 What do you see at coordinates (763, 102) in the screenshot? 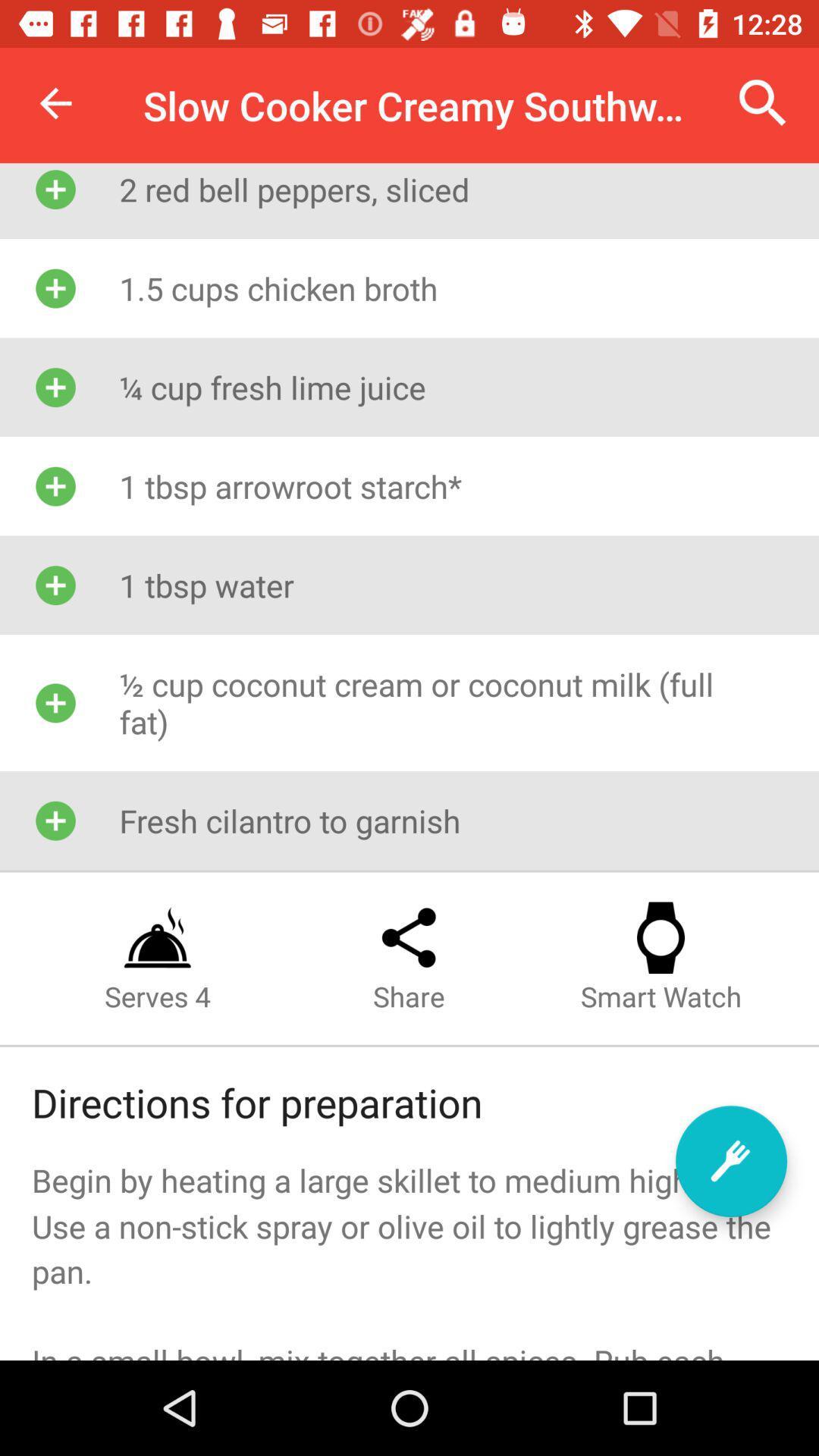
I see `the item at the top right corner` at bounding box center [763, 102].